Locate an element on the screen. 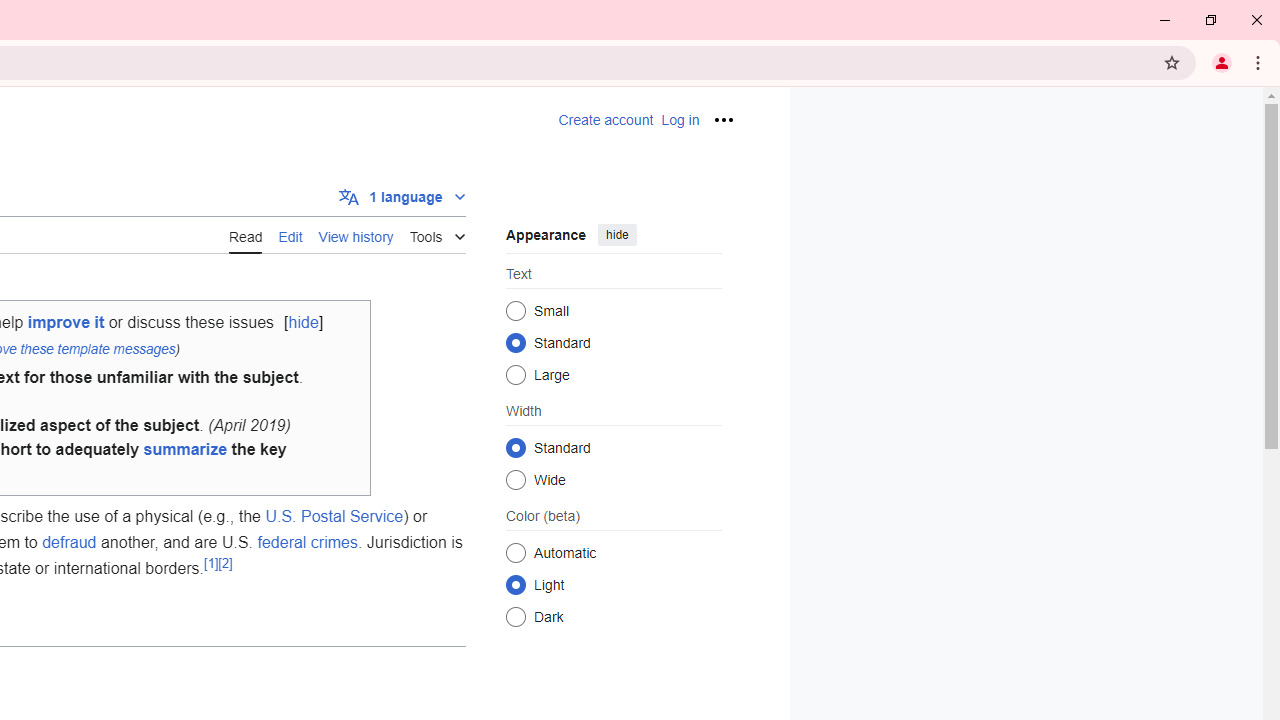 The image size is (1280, 720). '[1]' is located at coordinates (211, 563).